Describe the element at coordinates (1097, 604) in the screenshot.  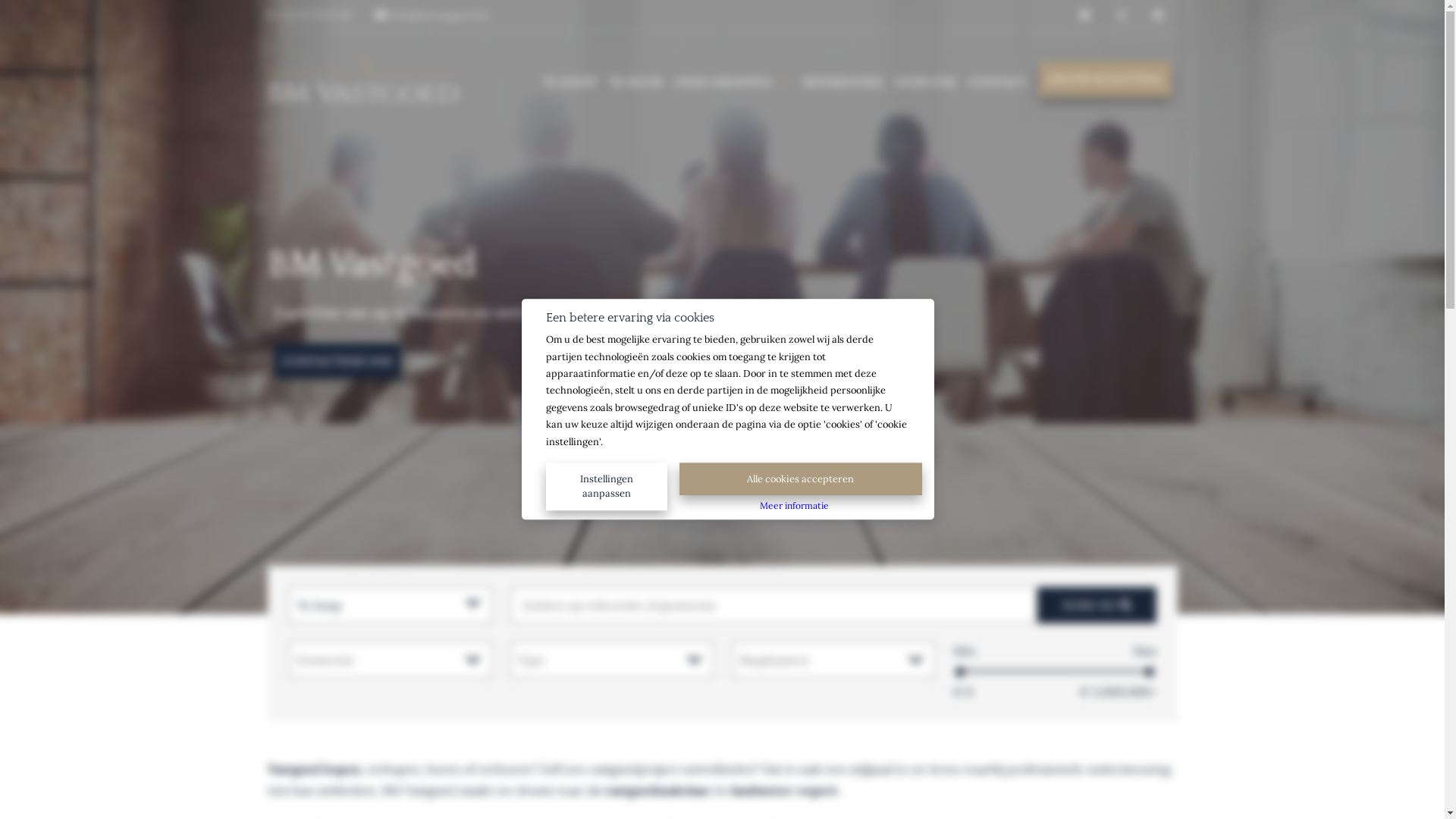
I see `'ZOEK NU '` at that location.